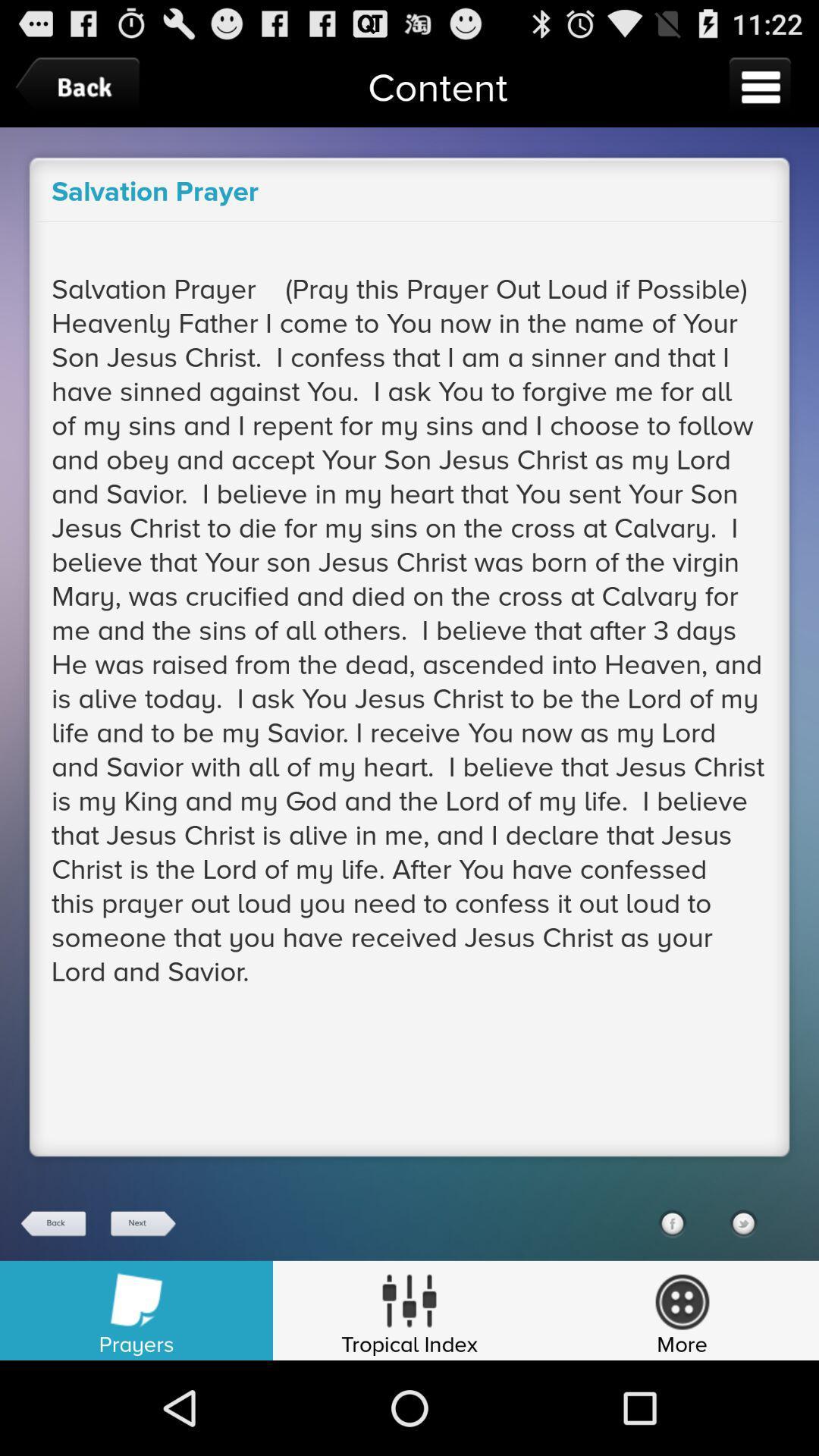 This screenshot has width=819, height=1456. Describe the element at coordinates (671, 1223) in the screenshot. I see `item below the salvation prayer pray app` at that location.